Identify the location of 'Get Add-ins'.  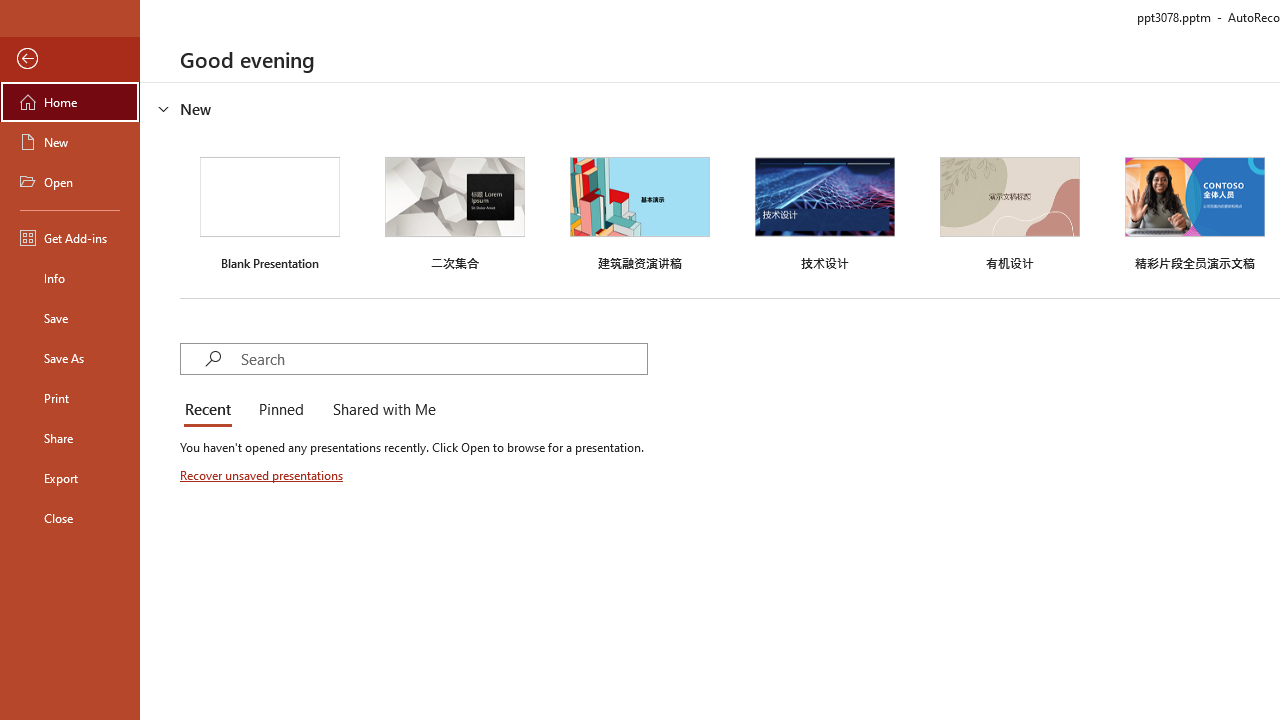
(69, 236).